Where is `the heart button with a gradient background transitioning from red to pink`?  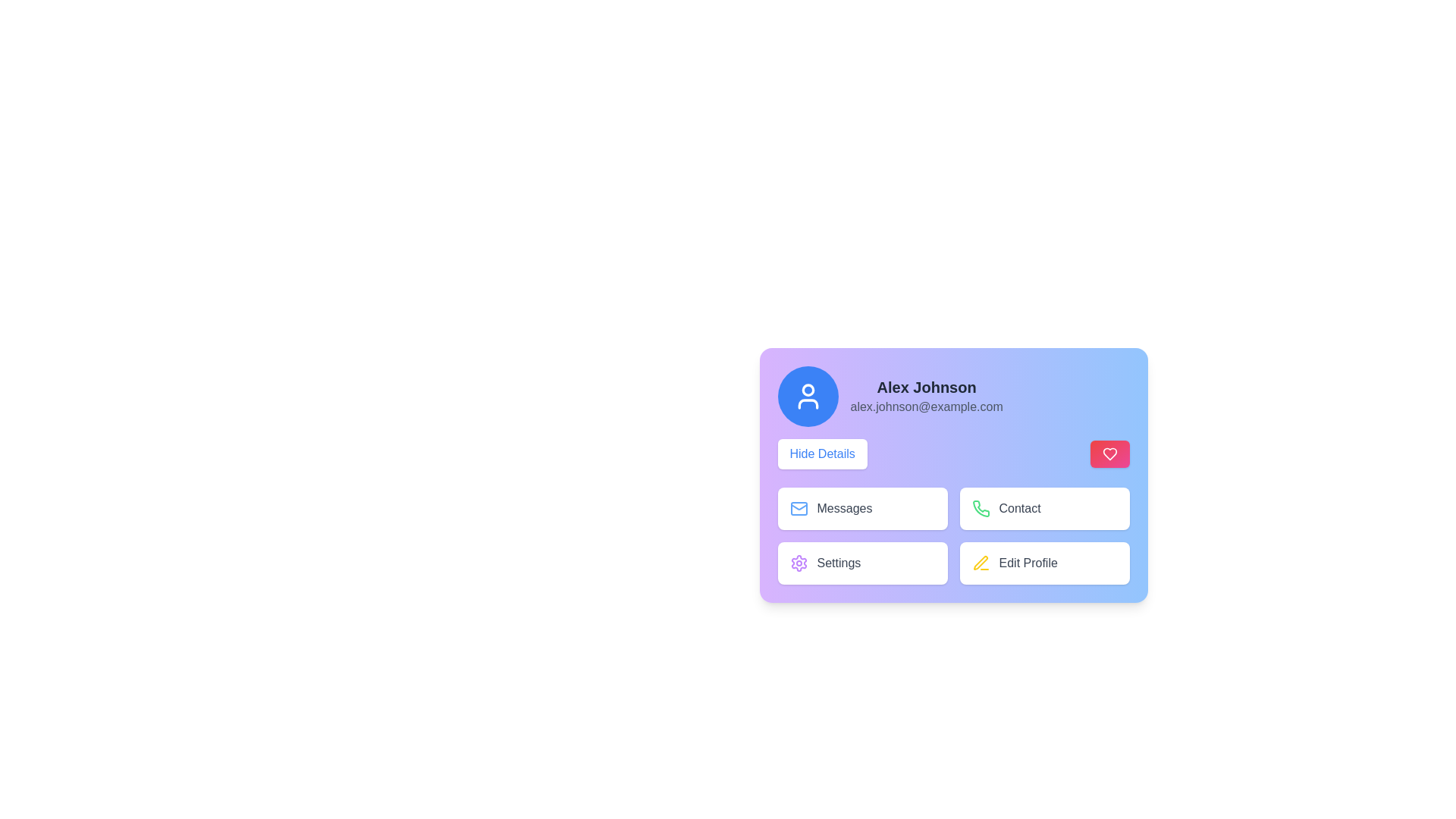
the heart button with a gradient background transitioning from red to pink is located at coordinates (1109, 453).